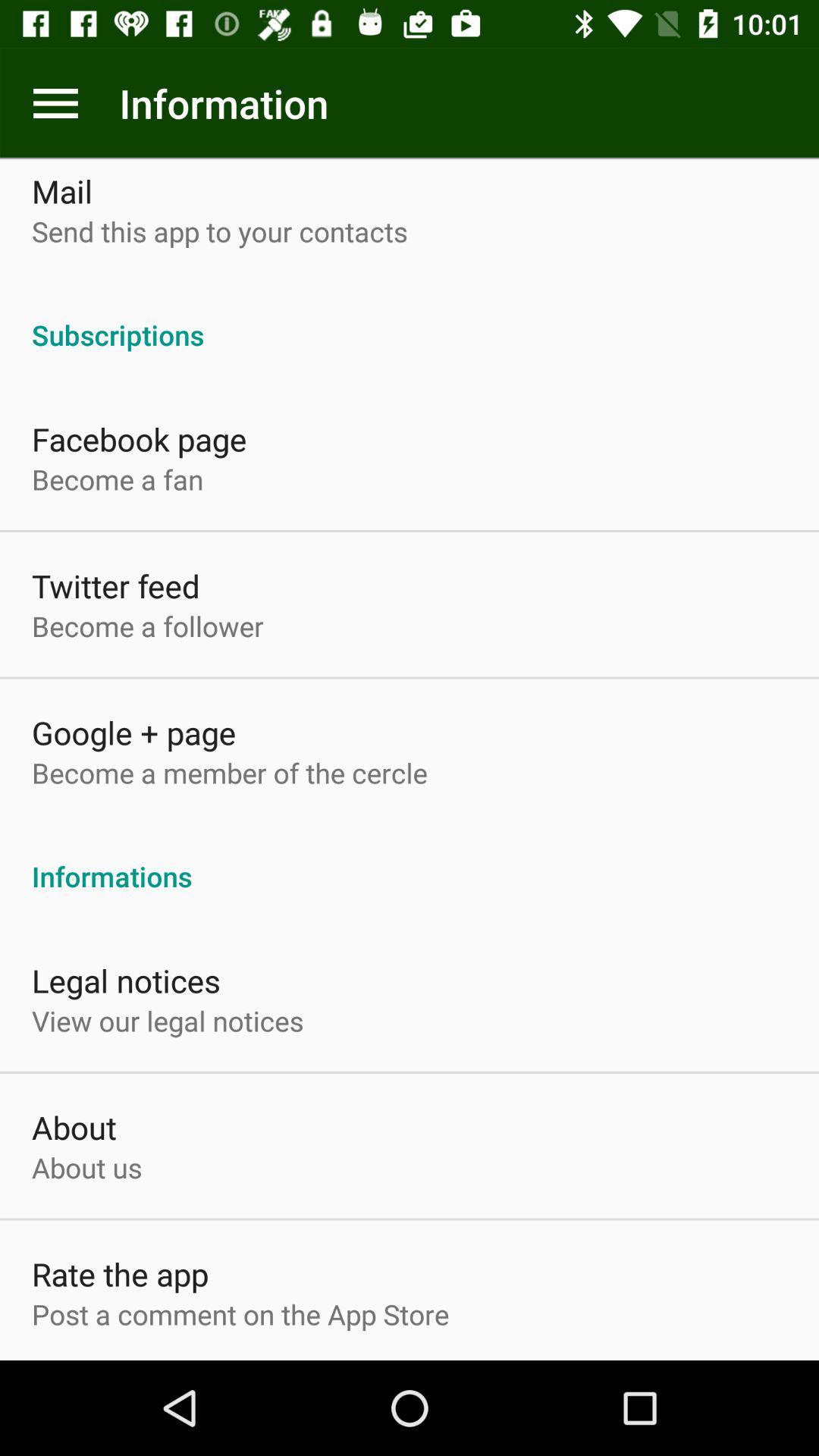 The width and height of the screenshot is (819, 1456). I want to click on app next to information, so click(55, 102).